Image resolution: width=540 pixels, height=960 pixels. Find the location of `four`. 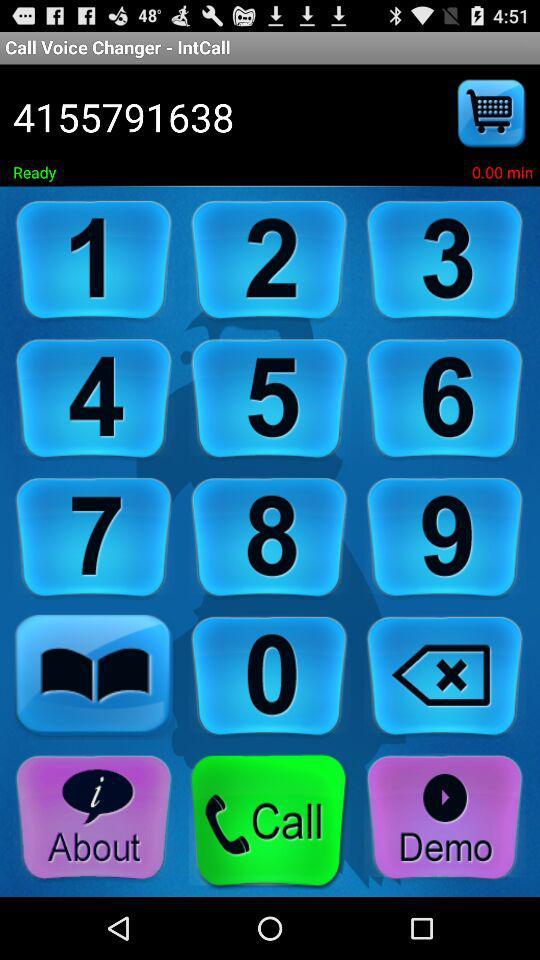

four is located at coordinates (93, 398).